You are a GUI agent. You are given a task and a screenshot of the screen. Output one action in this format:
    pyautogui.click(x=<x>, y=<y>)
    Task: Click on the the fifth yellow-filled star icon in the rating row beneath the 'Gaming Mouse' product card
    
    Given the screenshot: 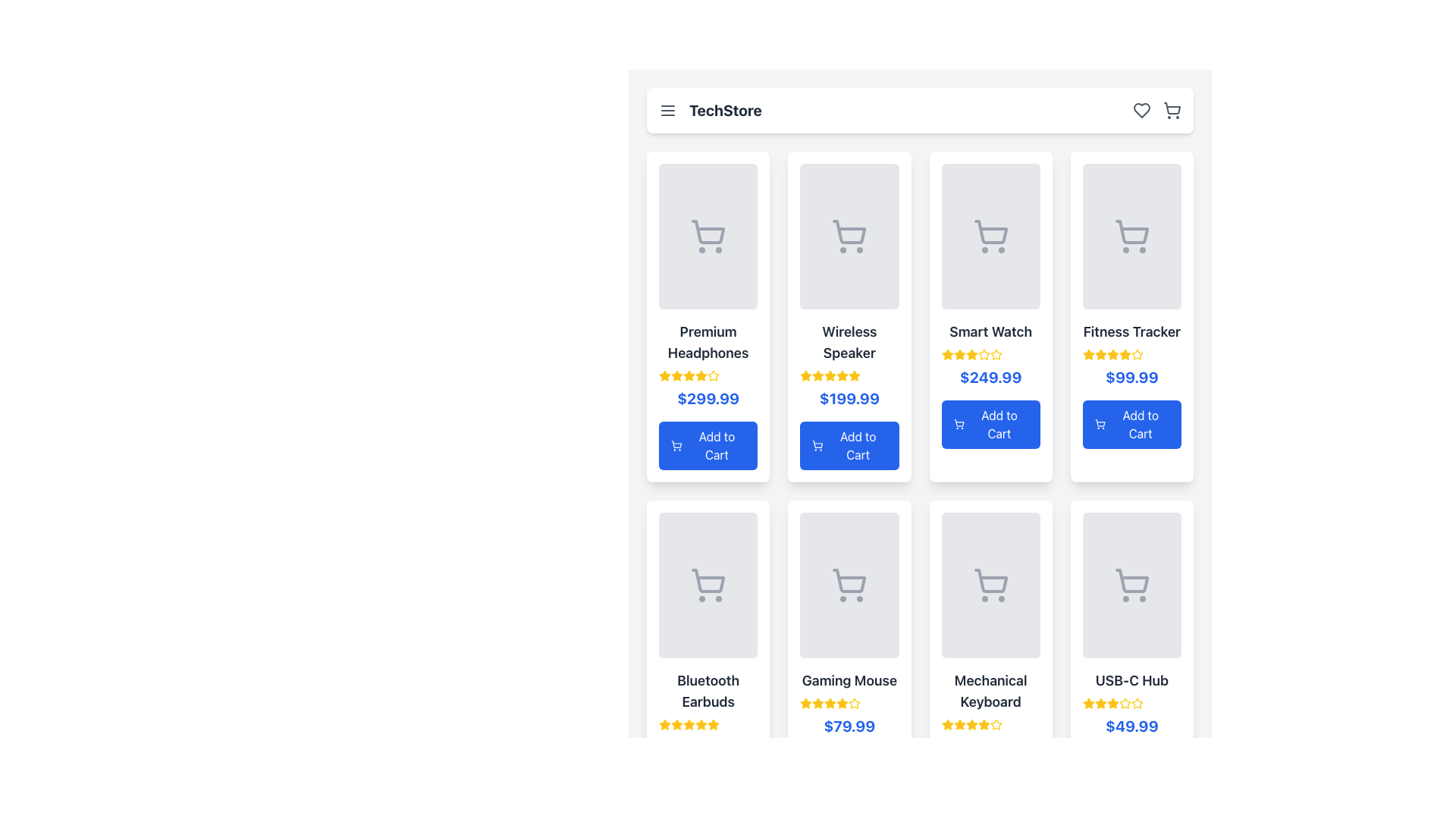 What is the action you would take?
    pyautogui.click(x=842, y=704)
    